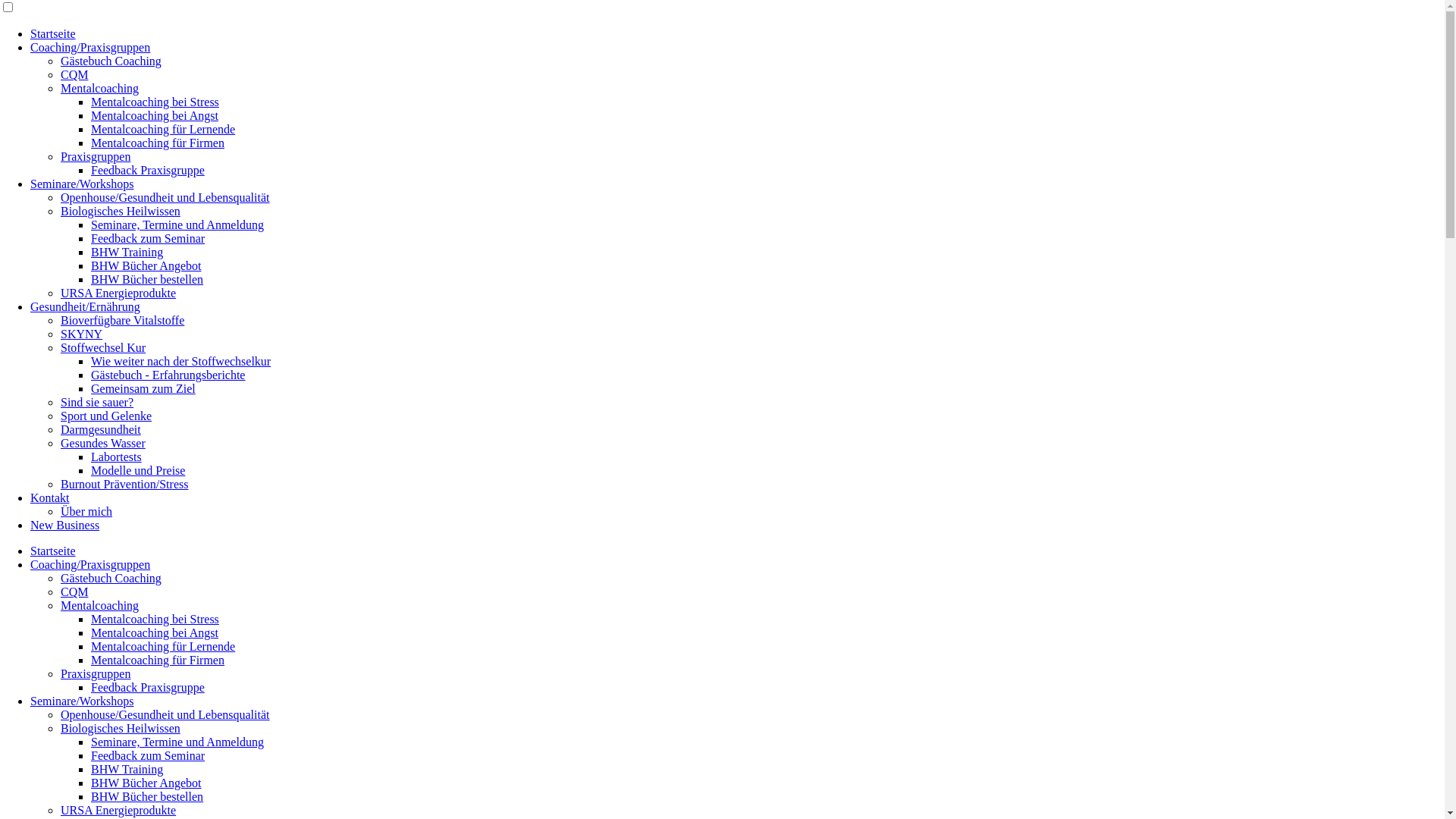 This screenshot has width=1456, height=819. I want to click on 'Startseite', so click(30, 33).